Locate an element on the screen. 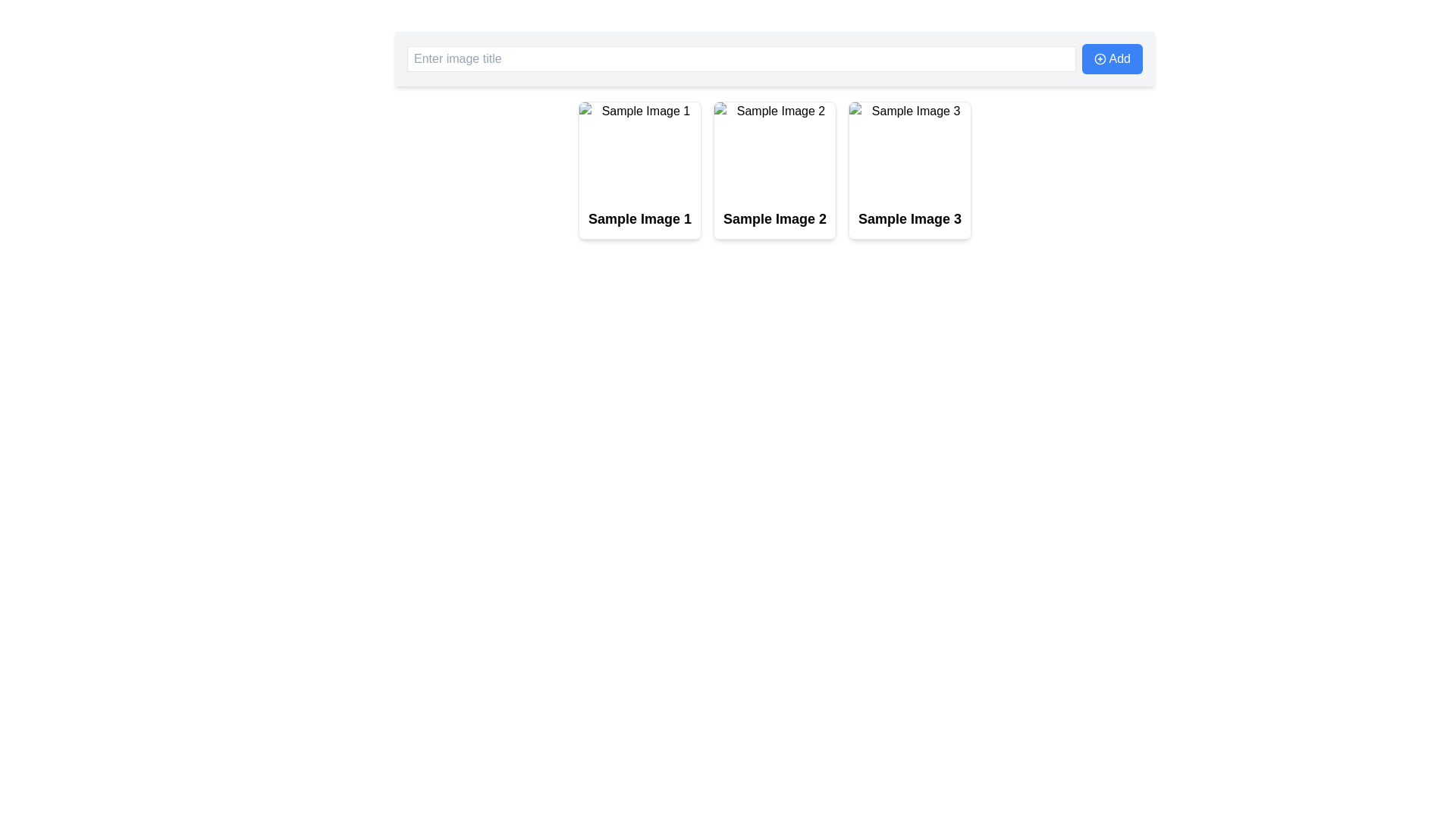 The image size is (1456, 819). text label that serves as the title for the associated card, which is the first card in a horizontal sequence below a text input box is located at coordinates (639, 219).